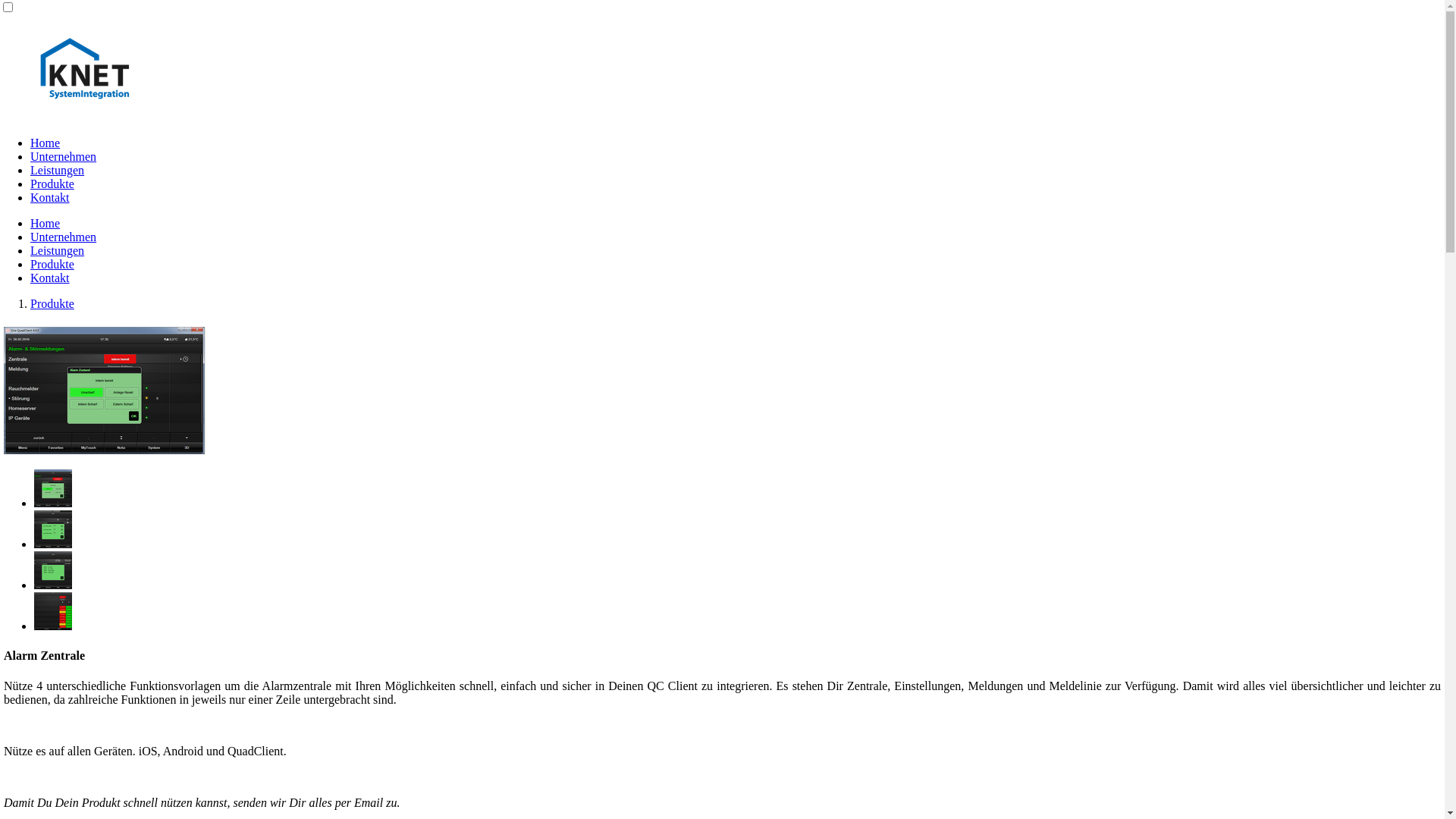  What do you see at coordinates (62, 156) in the screenshot?
I see `'Unternehmen'` at bounding box center [62, 156].